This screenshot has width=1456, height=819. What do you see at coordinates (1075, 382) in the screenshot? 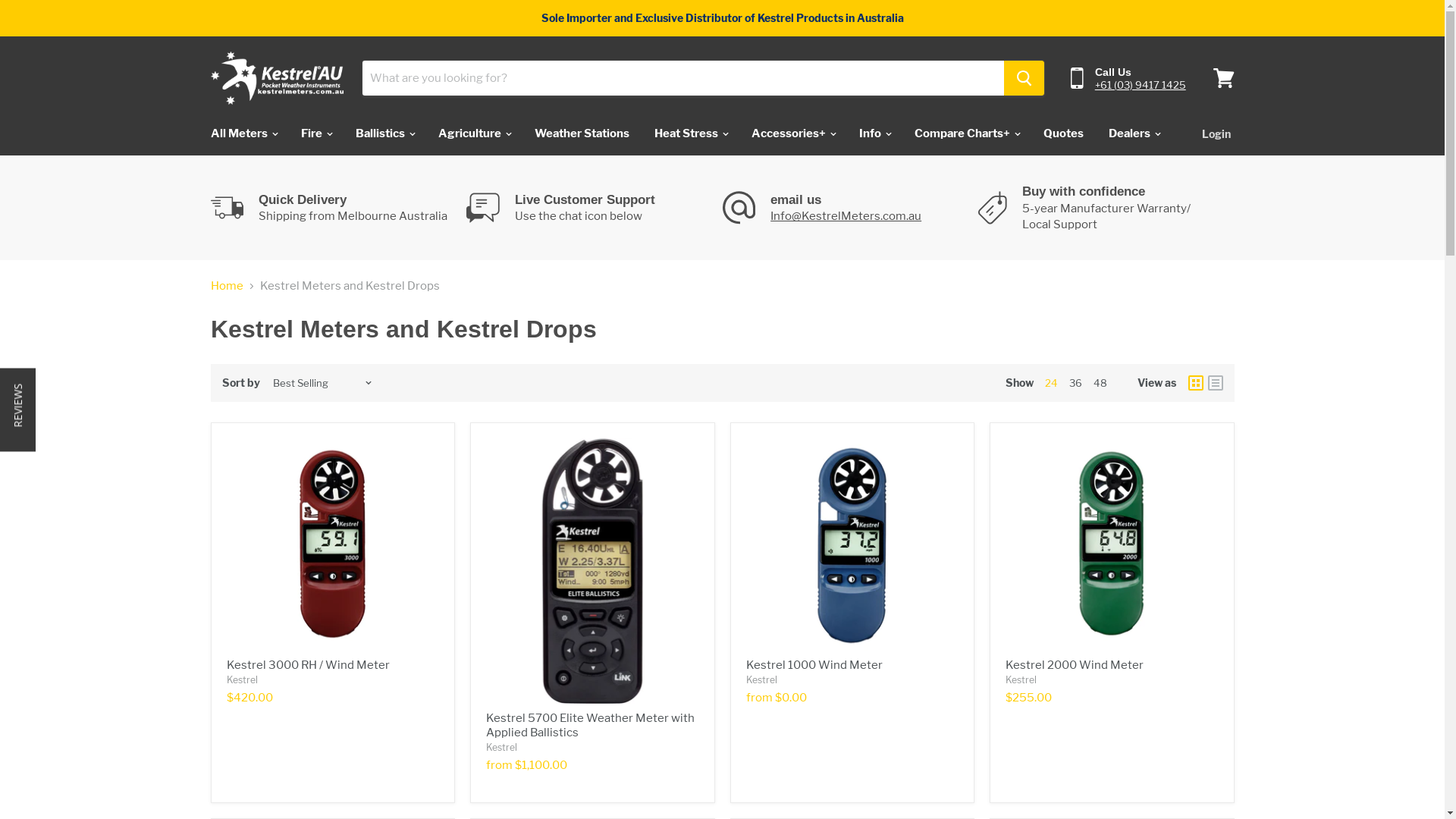
I see `'36'` at bounding box center [1075, 382].